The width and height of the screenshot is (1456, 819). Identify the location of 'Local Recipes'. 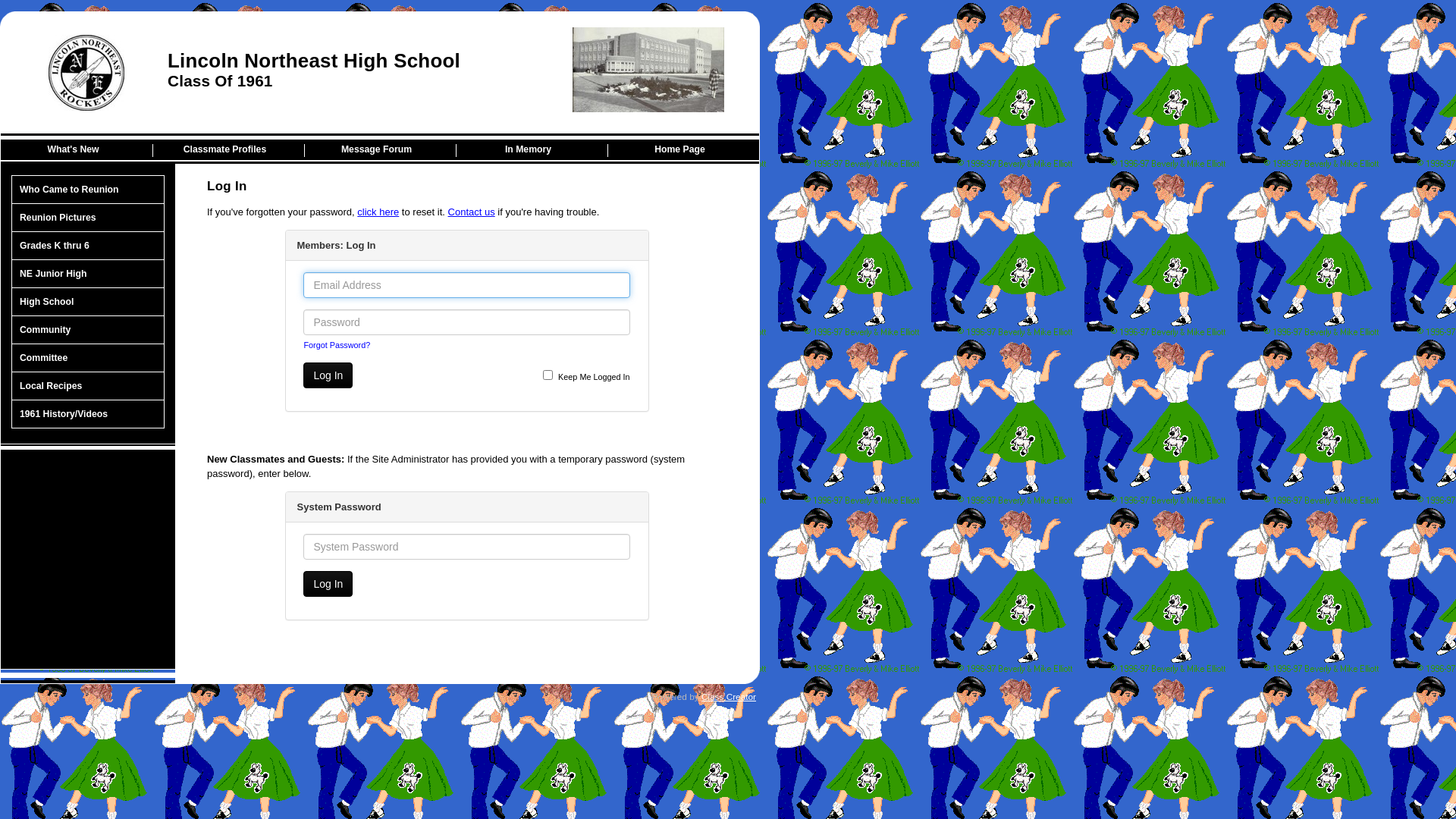
(86, 385).